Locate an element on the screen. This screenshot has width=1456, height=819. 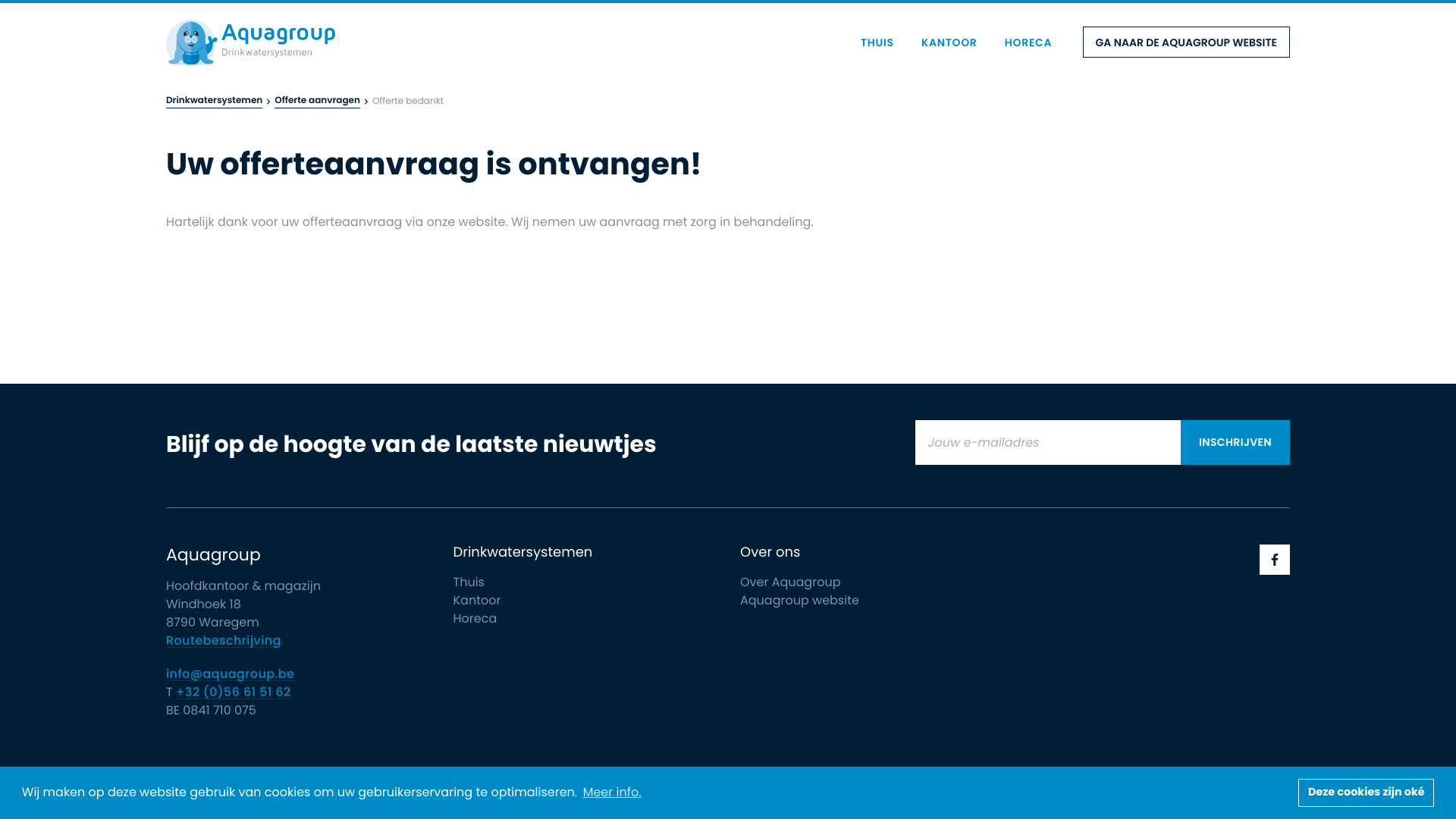
'THUIS' is located at coordinates (877, 41).